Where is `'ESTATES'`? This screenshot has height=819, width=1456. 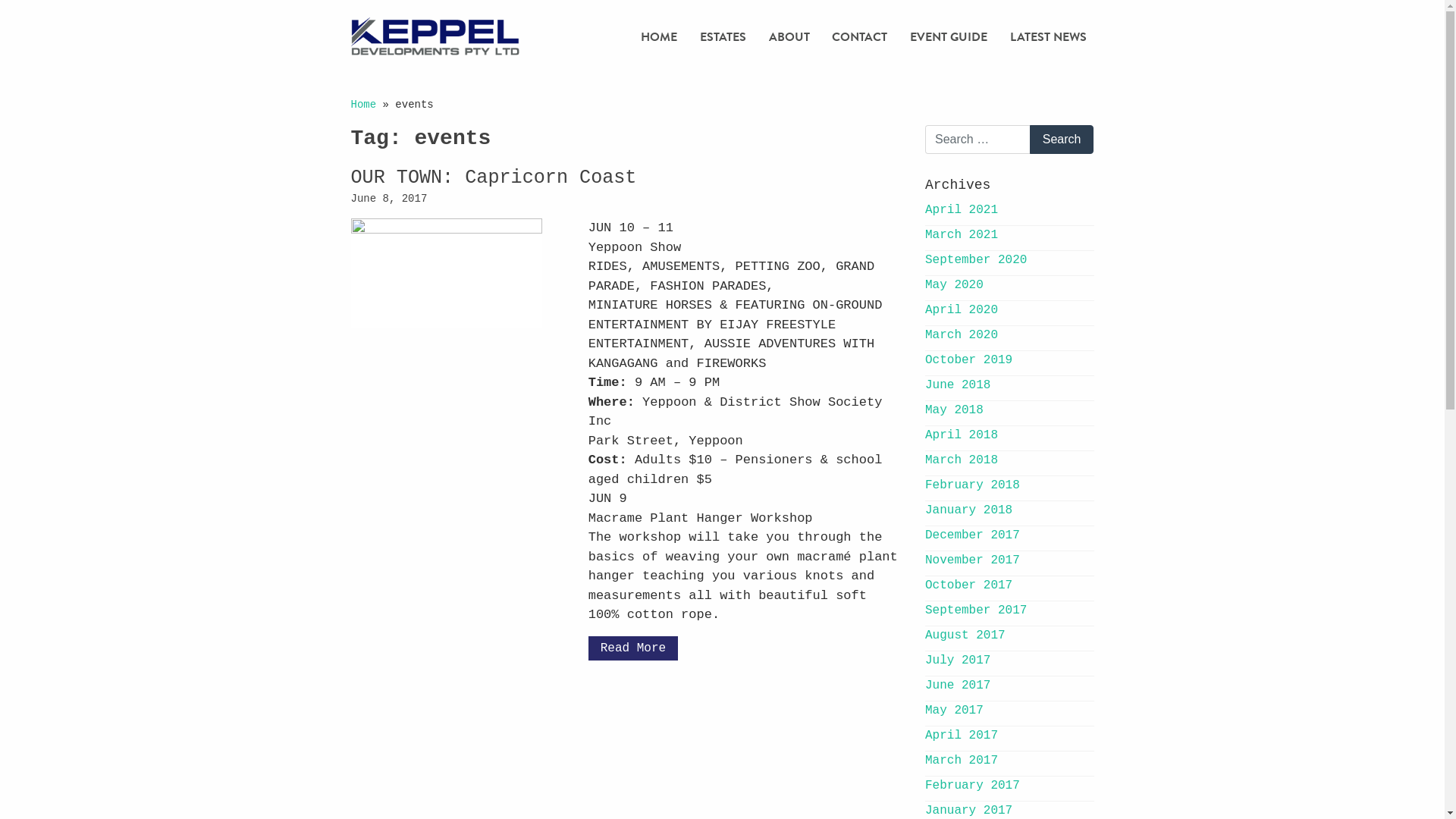
'ESTATES' is located at coordinates (722, 36).